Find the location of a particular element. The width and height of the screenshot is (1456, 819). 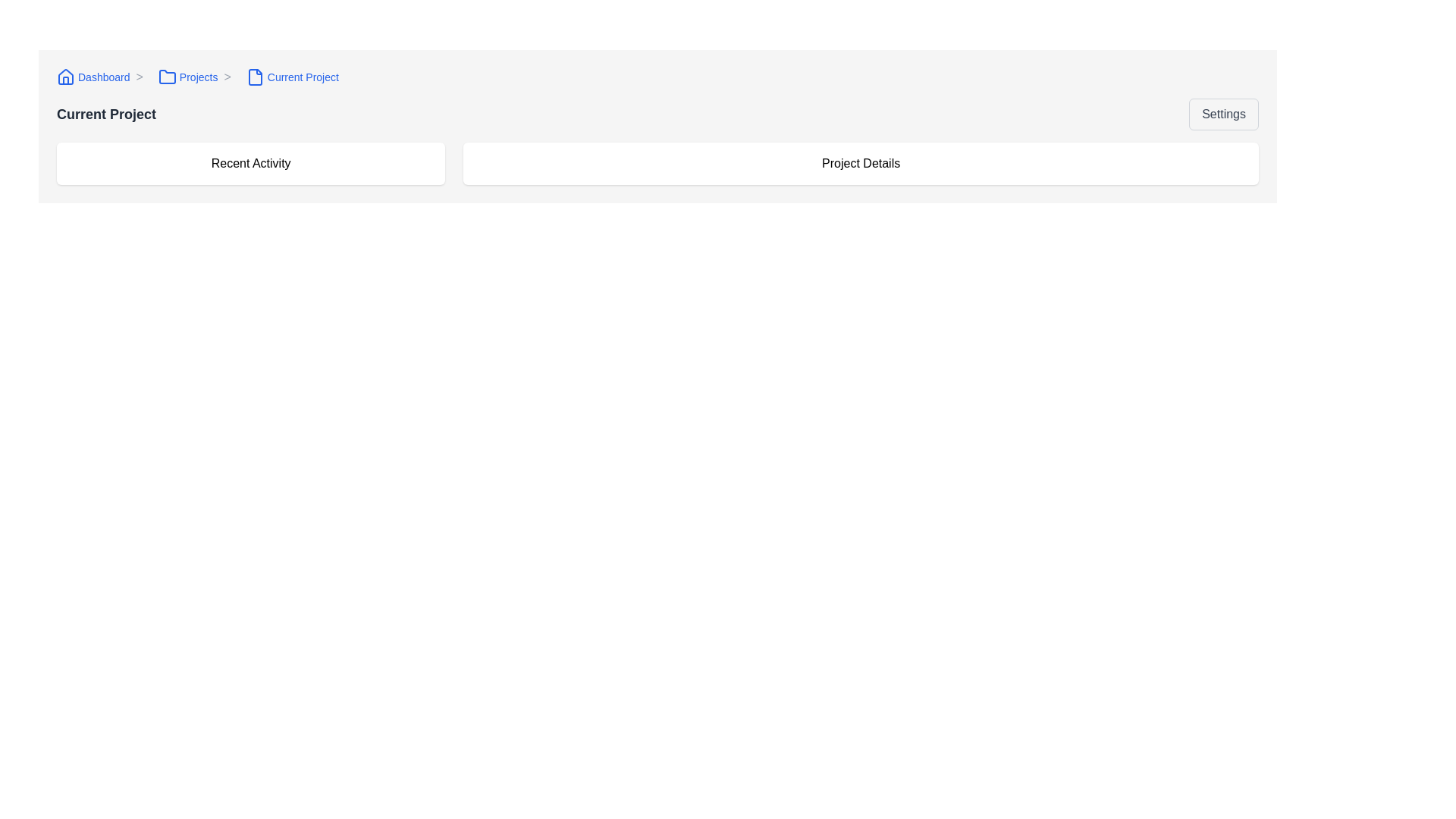

the 'Current Project' text label in the breadcrumb navigation bar to check for potential interactivity is located at coordinates (303, 77).